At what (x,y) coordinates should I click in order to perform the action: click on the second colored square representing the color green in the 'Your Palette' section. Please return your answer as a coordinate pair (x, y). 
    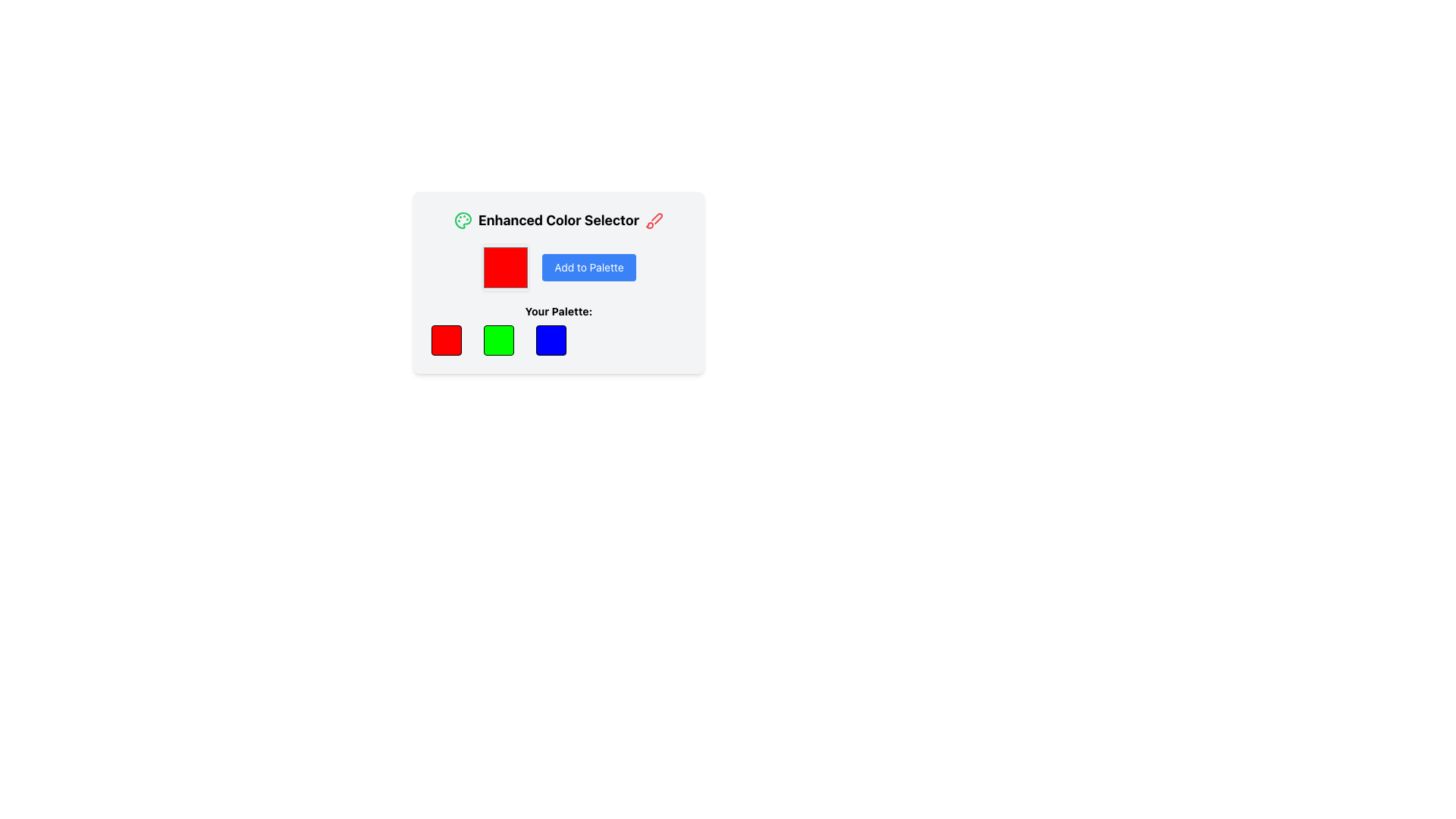
    Looking at the image, I should click on (498, 339).